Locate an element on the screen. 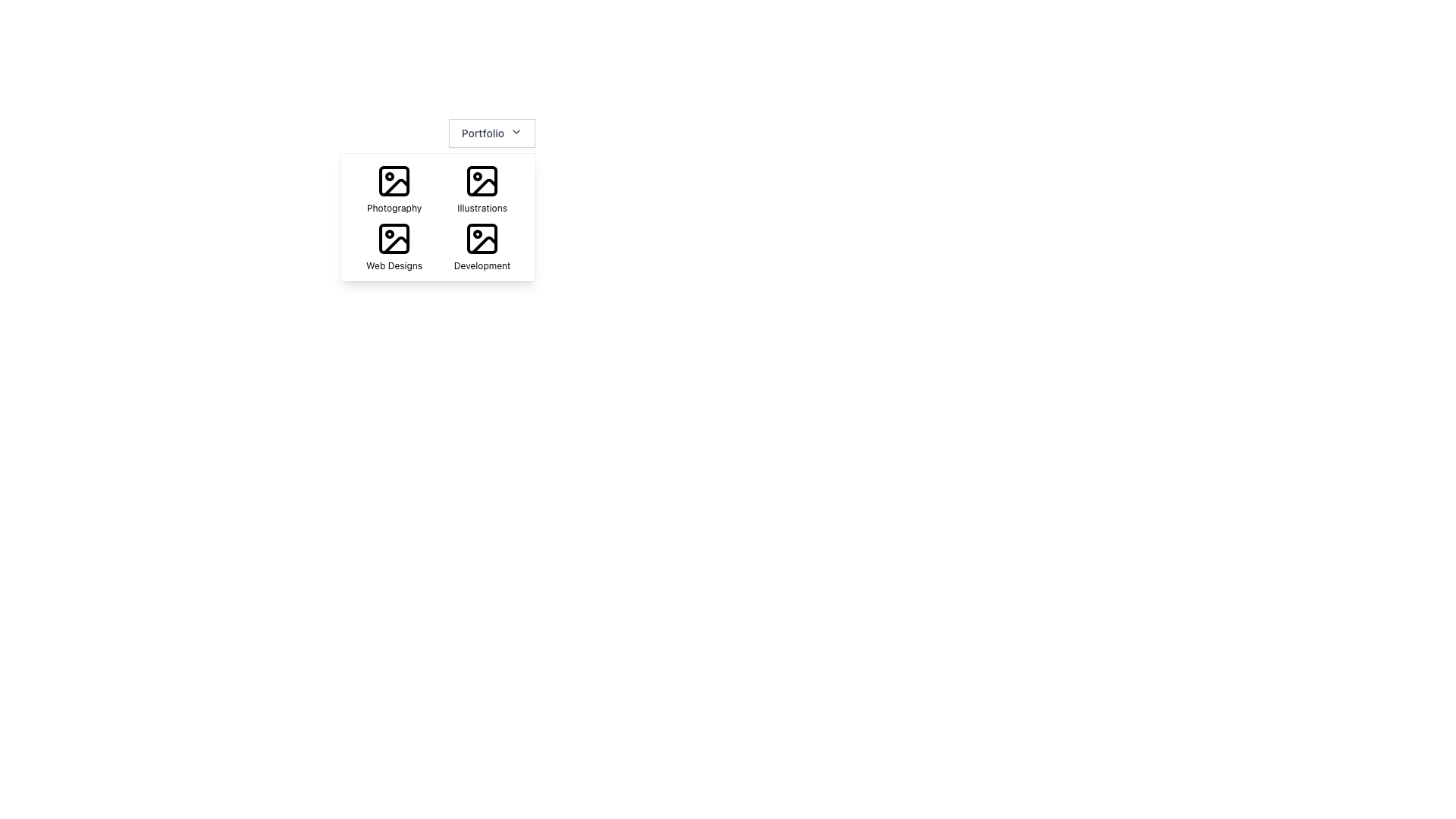  the vector graphic shape within the 'Illustrations' icon located at the top-right of the grid is located at coordinates (484, 187).